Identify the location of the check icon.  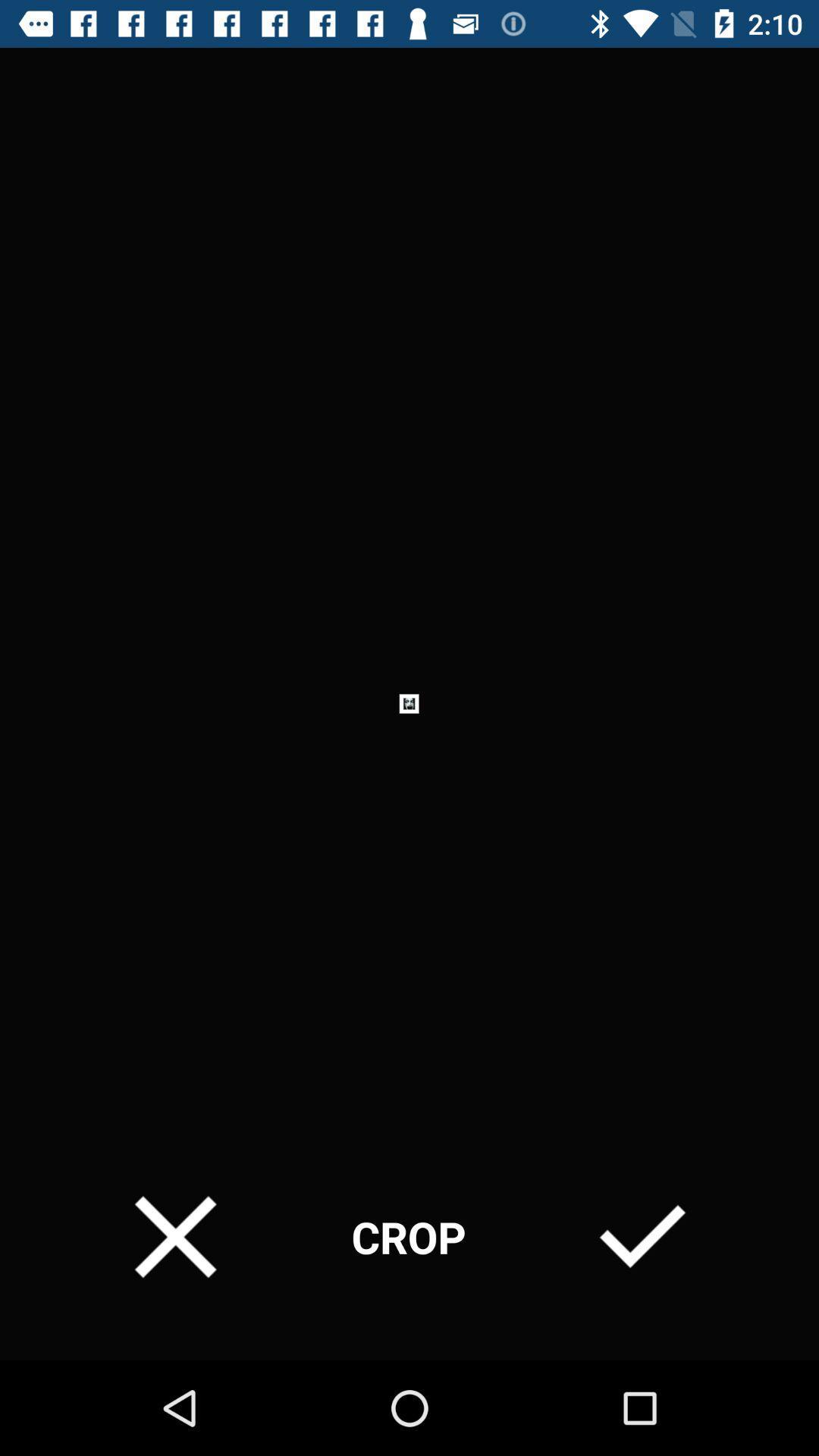
(642, 1237).